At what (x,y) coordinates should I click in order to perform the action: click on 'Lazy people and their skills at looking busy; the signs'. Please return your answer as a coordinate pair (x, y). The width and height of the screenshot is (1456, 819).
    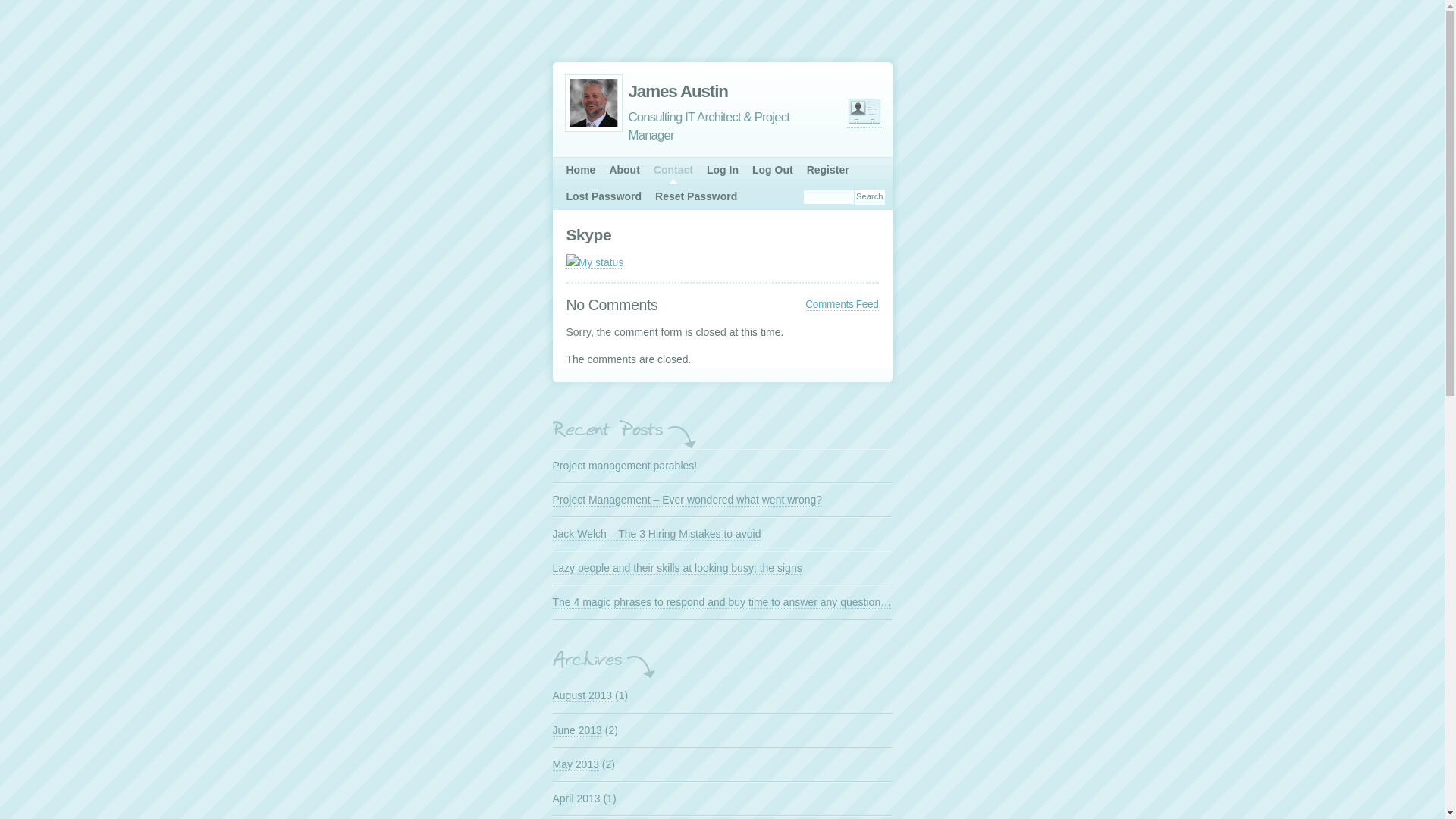
    Looking at the image, I should click on (676, 568).